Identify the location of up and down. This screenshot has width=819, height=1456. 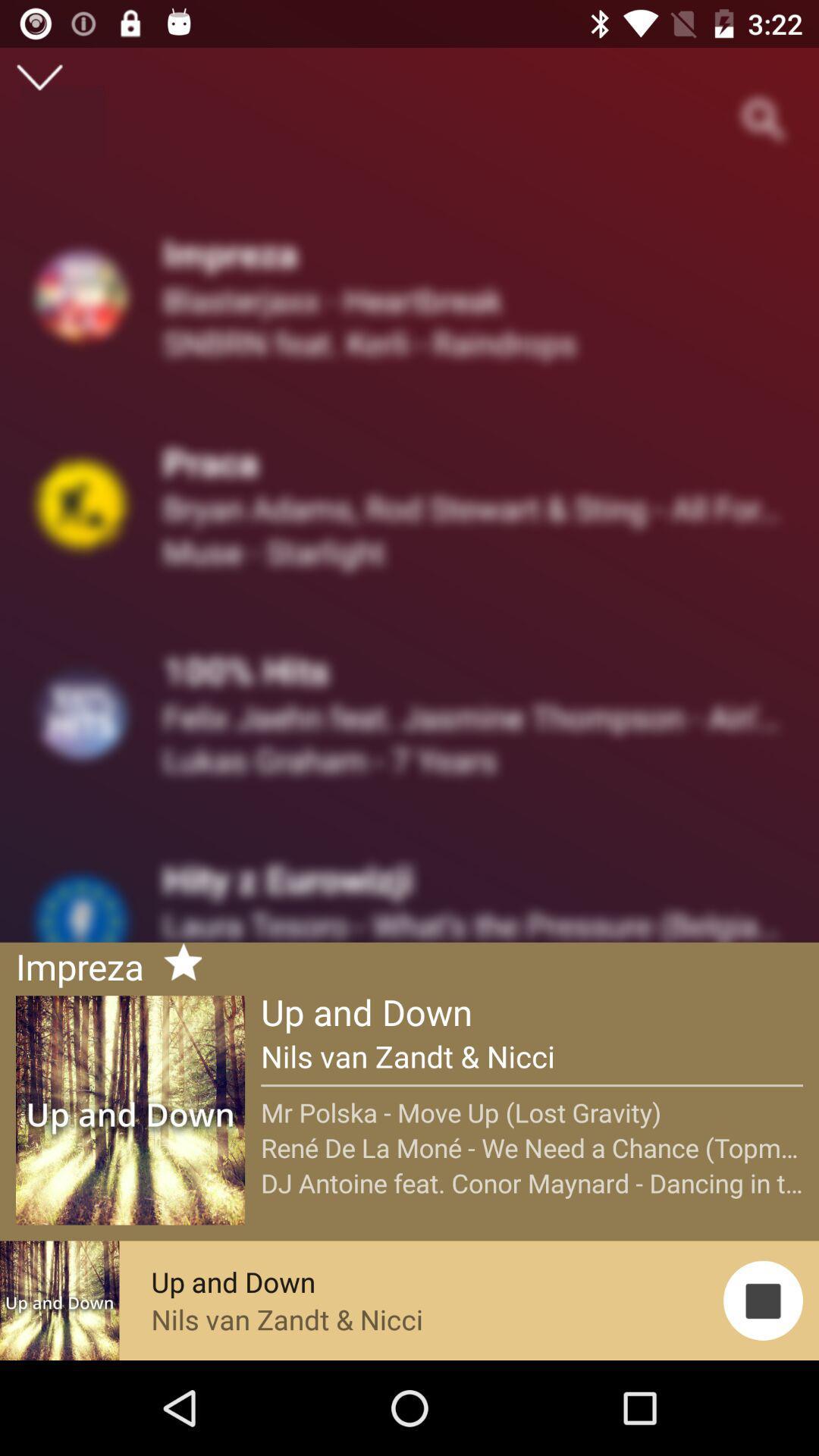
(176, 964).